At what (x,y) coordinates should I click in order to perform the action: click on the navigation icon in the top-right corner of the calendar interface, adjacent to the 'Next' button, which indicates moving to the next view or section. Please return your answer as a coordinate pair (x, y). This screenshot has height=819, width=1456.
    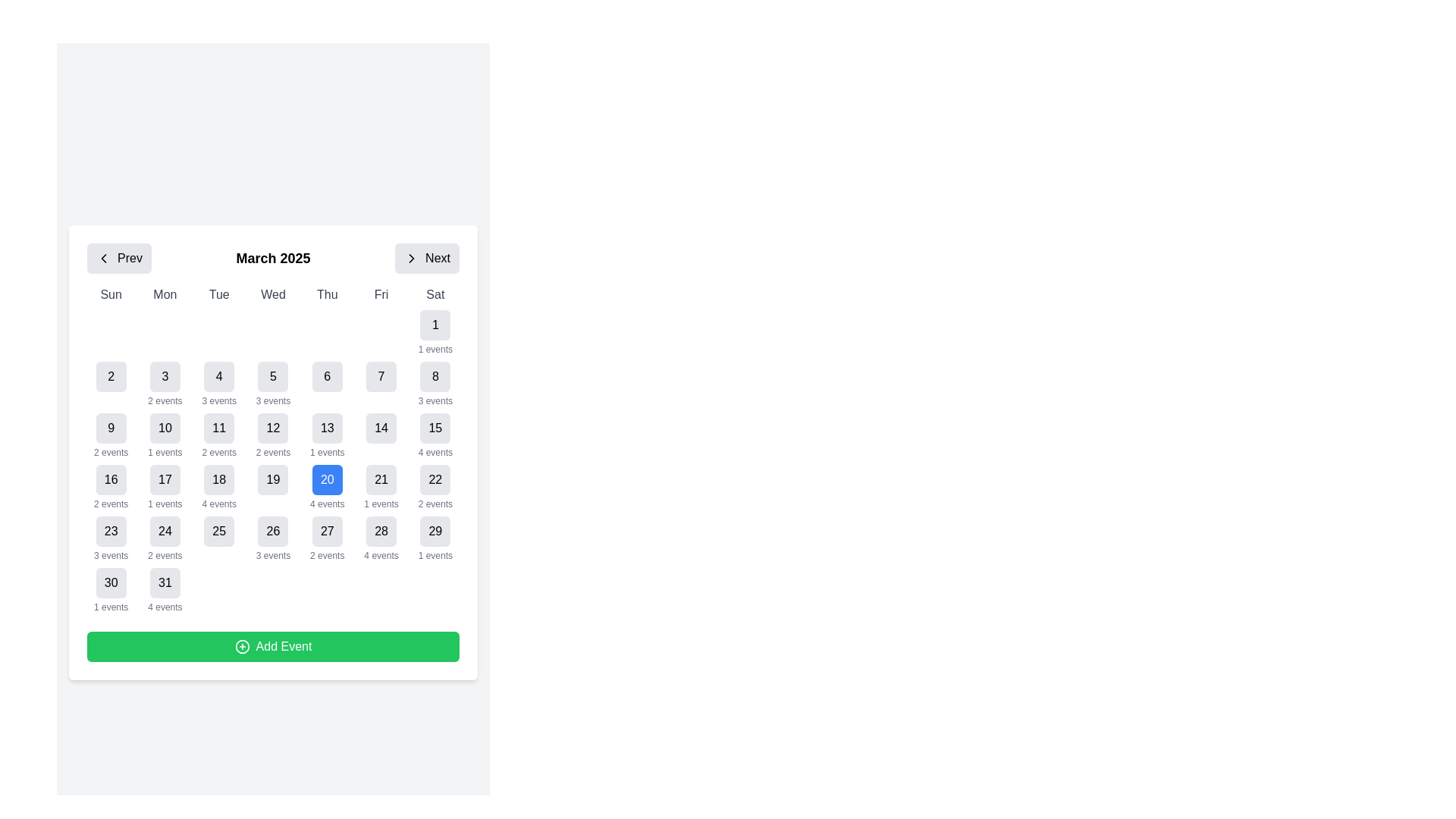
    Looking at the image, I should click on (412, 257).